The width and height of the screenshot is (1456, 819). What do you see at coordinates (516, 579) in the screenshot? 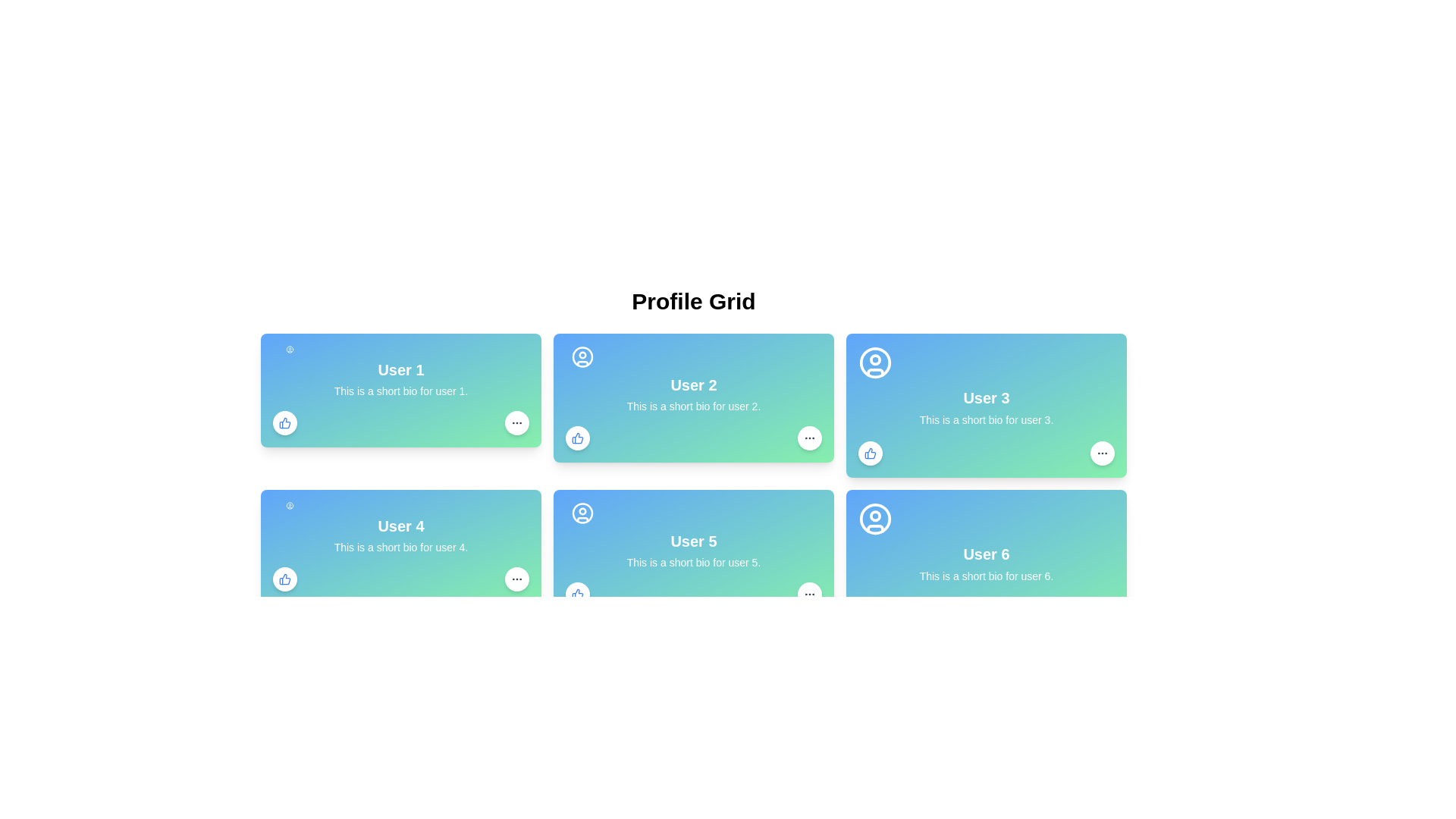
I see `the circular button with a white background and three black dots, located in the bottom-right corner of the 'User 4' card` at bounding box center [516, 579].